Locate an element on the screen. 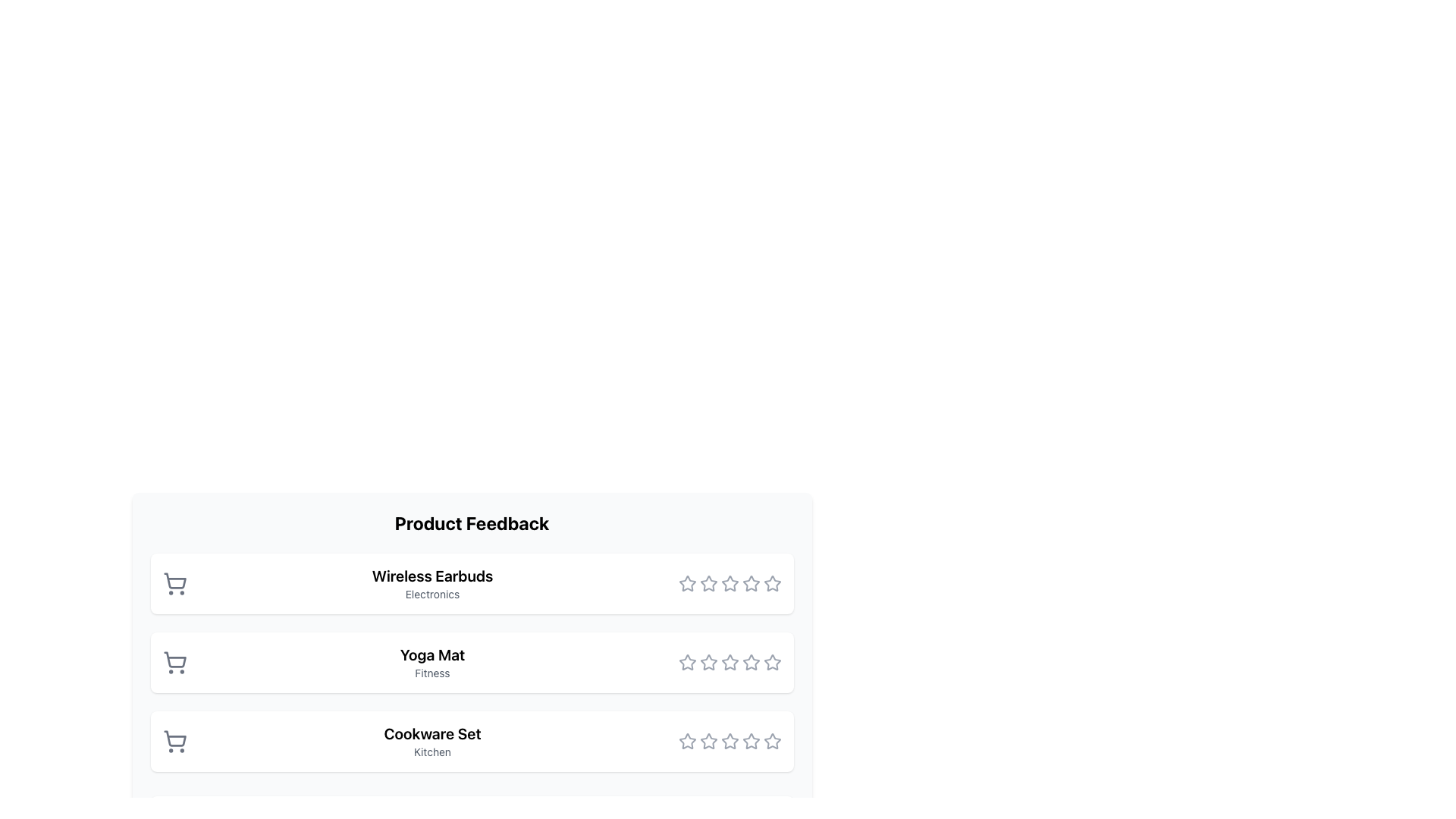  the third star is located at coordinates (708, 662).